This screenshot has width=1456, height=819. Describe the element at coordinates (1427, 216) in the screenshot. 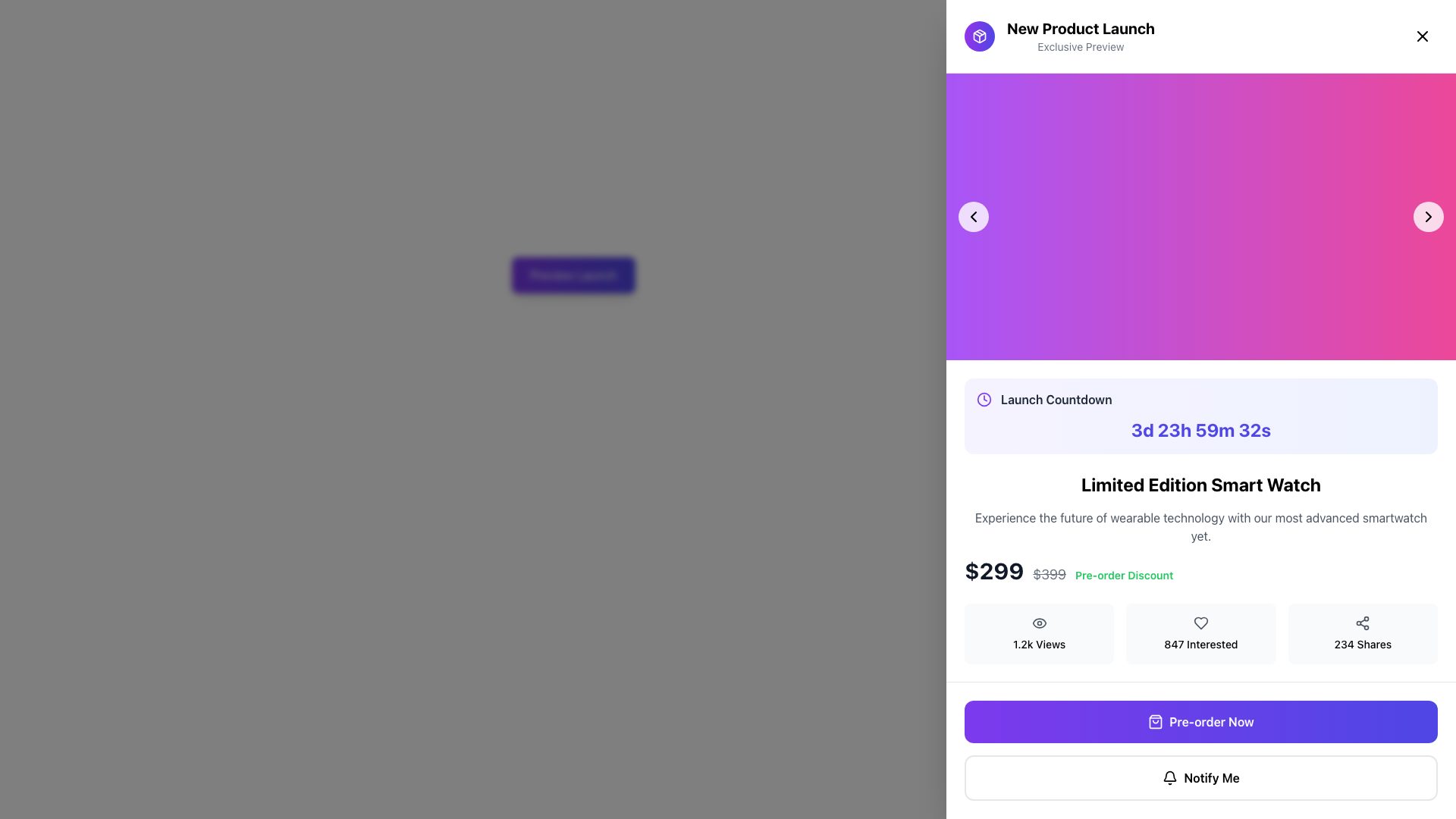

I see `the right-pointing chevron icon integrated within a circular button` at that location.